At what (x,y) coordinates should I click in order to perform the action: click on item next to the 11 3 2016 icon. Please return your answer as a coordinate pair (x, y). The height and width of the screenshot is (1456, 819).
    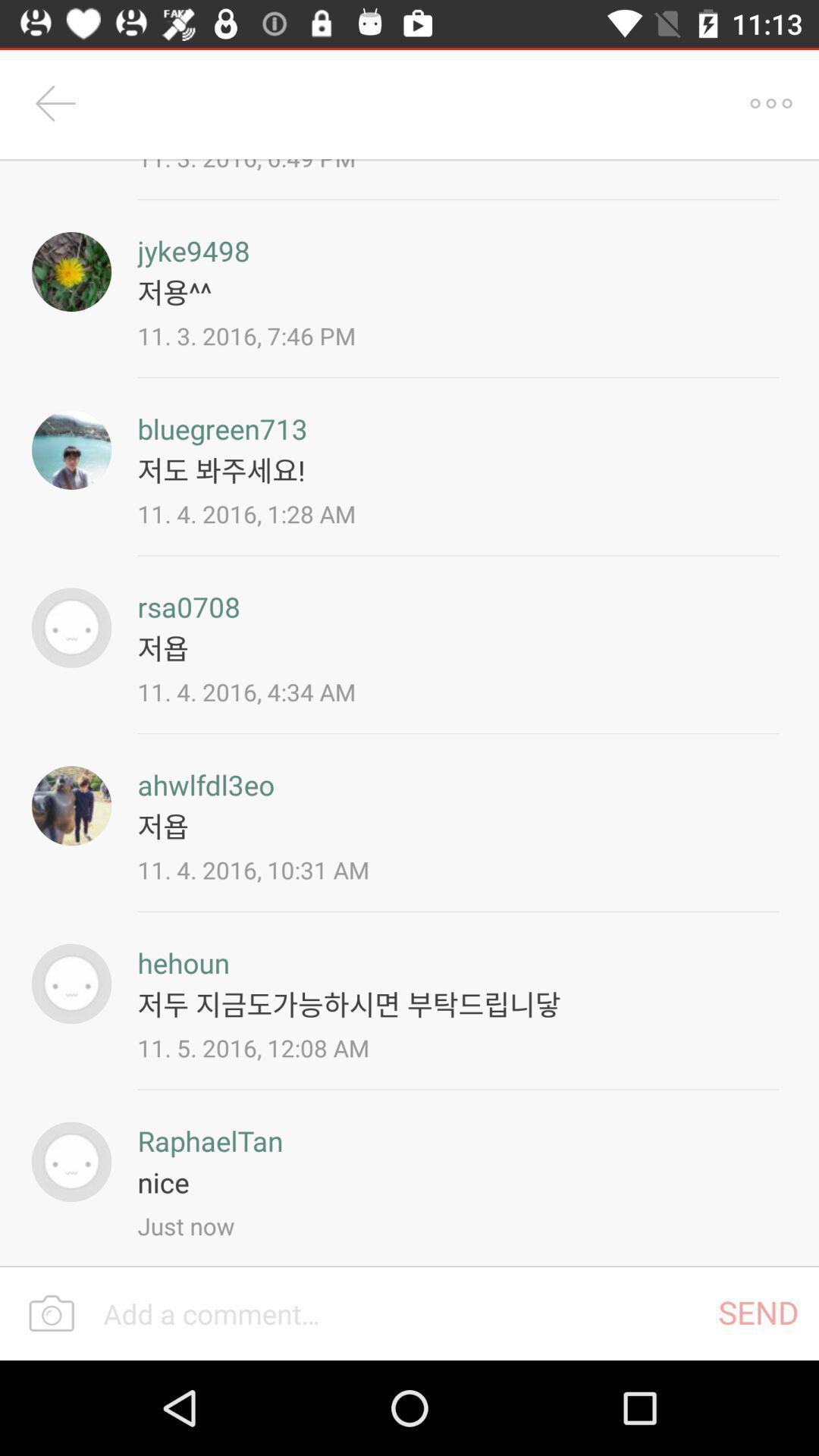
    Looking at the image, I should click on (771, 102).